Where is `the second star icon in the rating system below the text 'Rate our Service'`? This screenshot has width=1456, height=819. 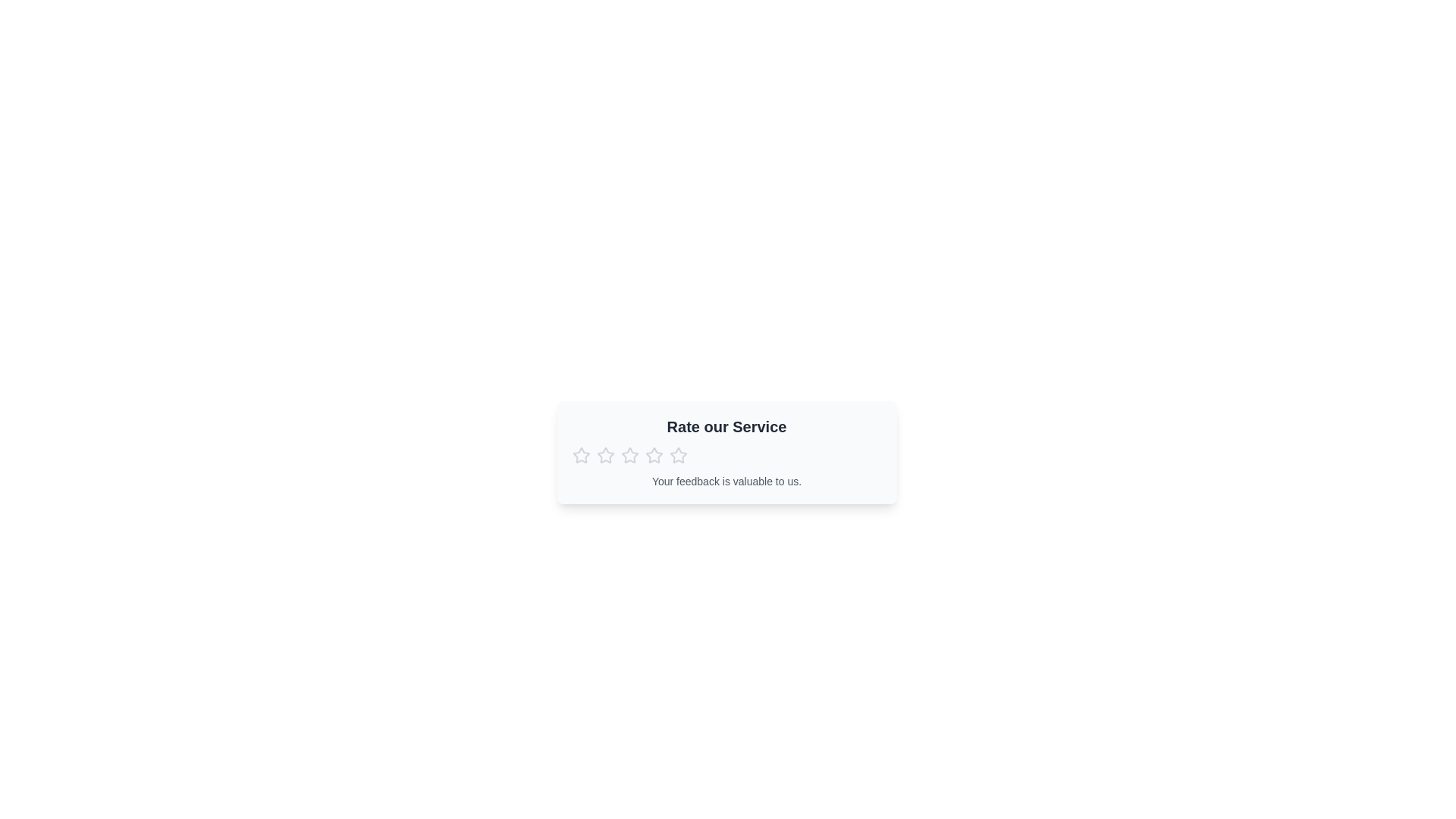
the second star icon in the rating system below the text 'Rate our Service' is located at coordinates (629, 454).